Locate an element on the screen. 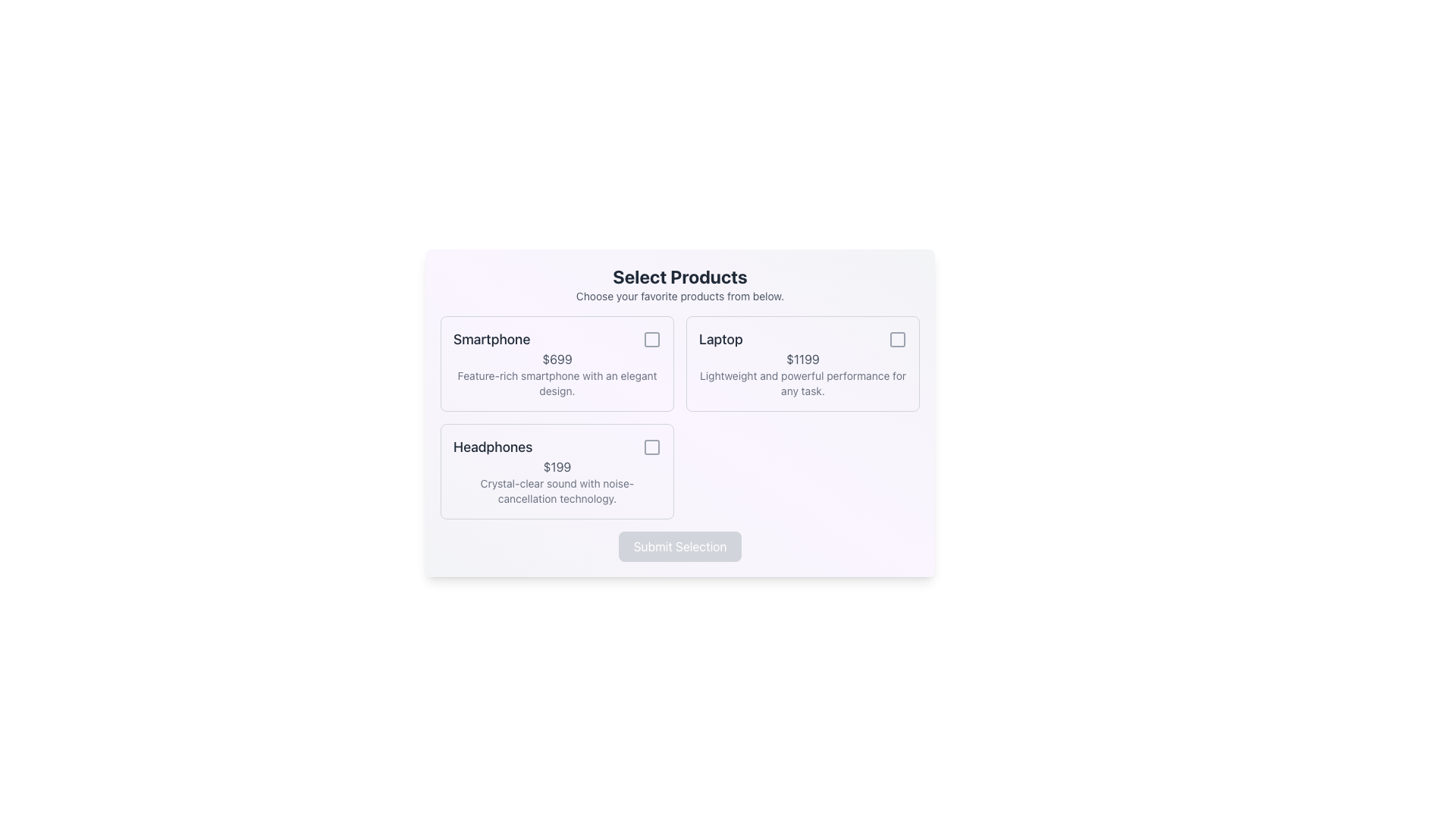  the checkbox next to the 'Smartphone' option is located at coordinates (651, 338).